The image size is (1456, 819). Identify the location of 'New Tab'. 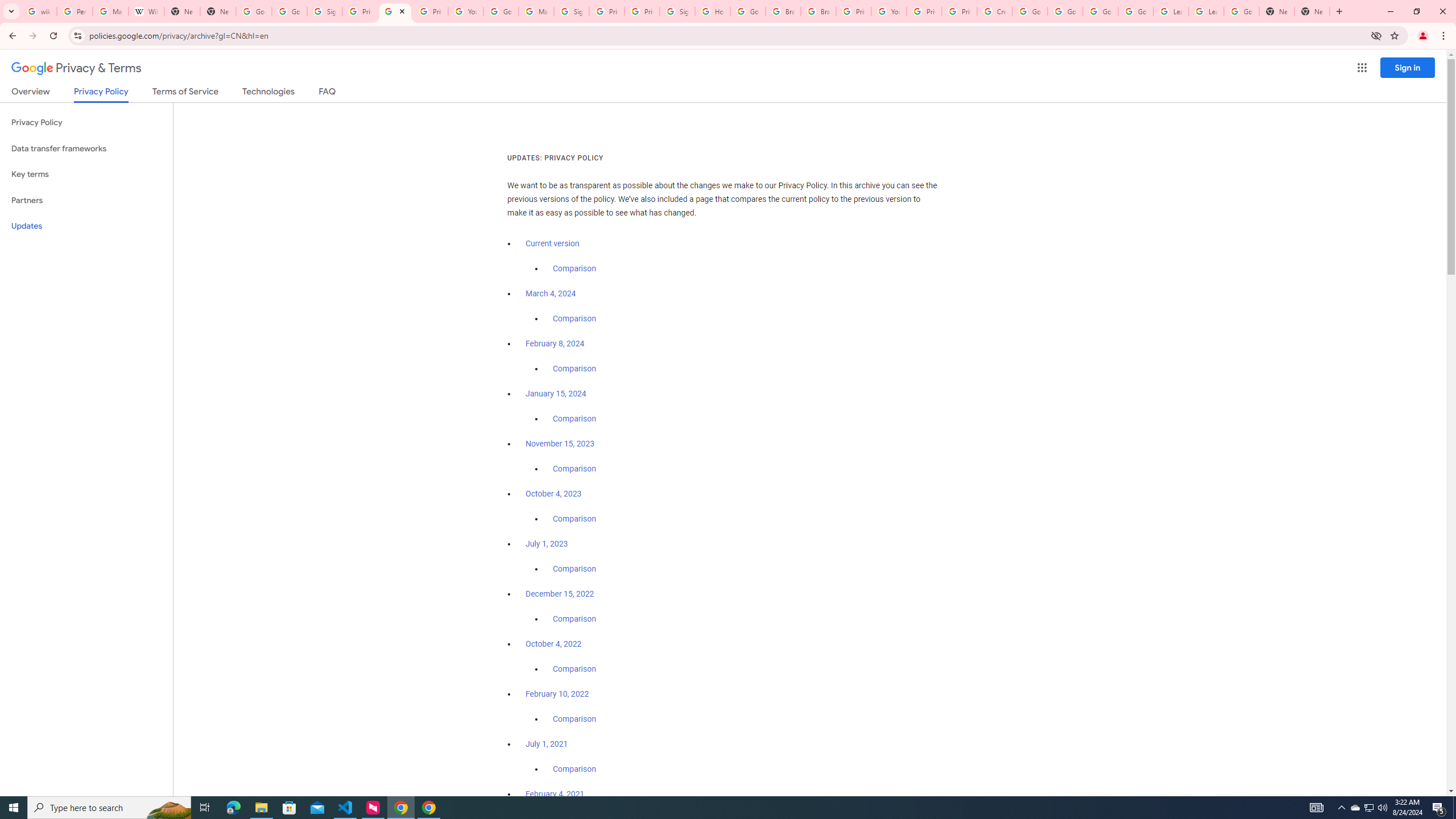
(1277, 11).